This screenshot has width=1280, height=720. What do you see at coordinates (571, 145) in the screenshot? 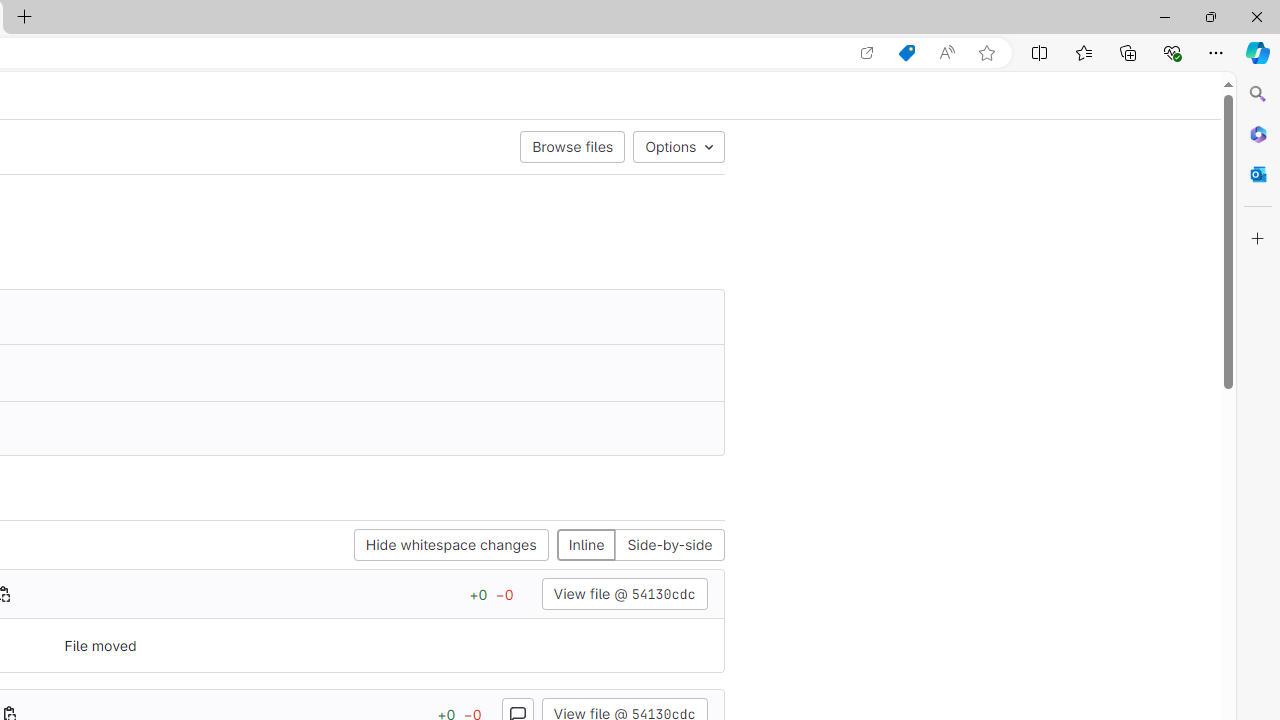
I see `'Browse files'` at bounding box center [571, 145].